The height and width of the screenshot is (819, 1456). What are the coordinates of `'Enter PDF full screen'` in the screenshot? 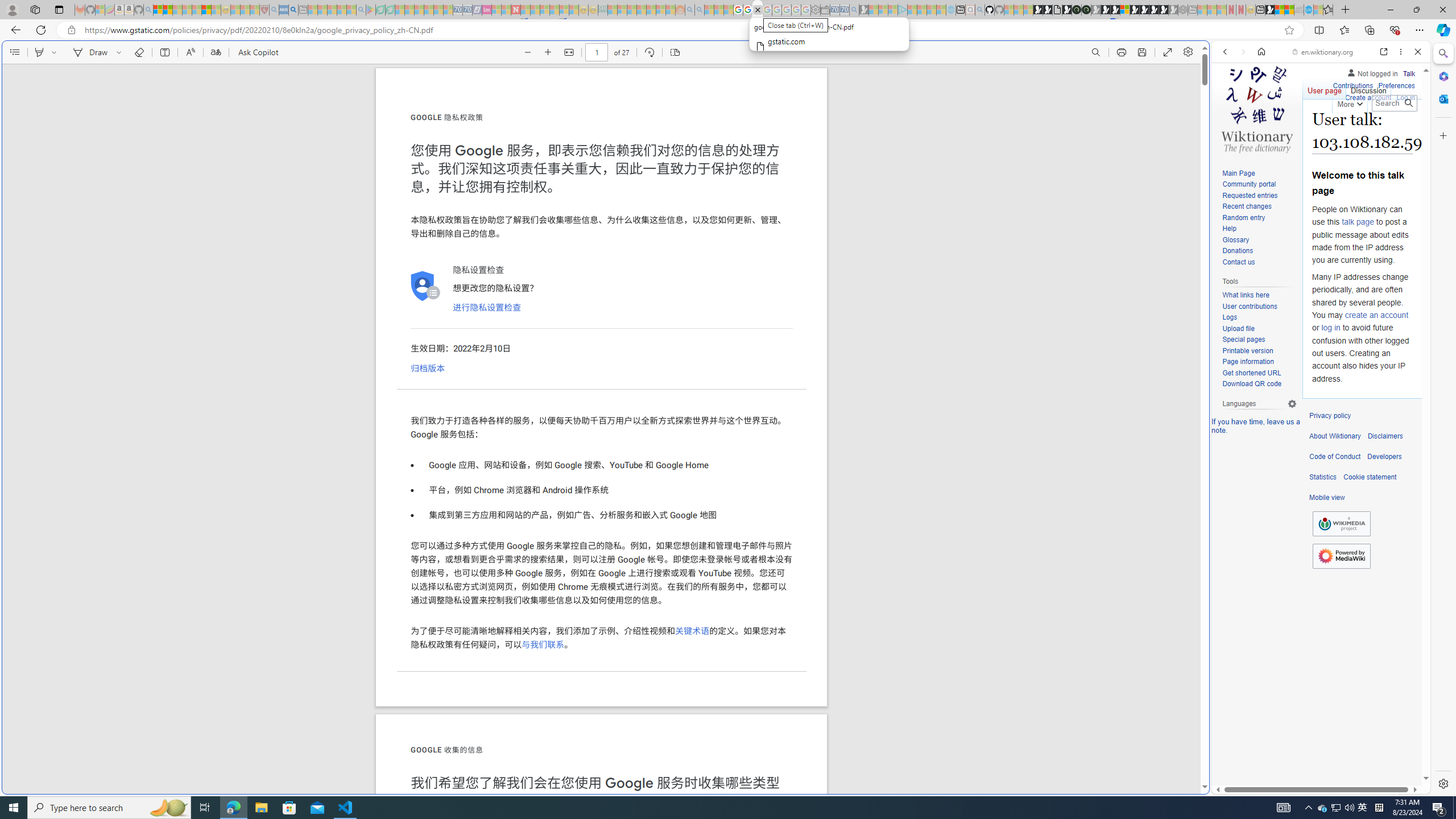 It's located at (1168, 52).